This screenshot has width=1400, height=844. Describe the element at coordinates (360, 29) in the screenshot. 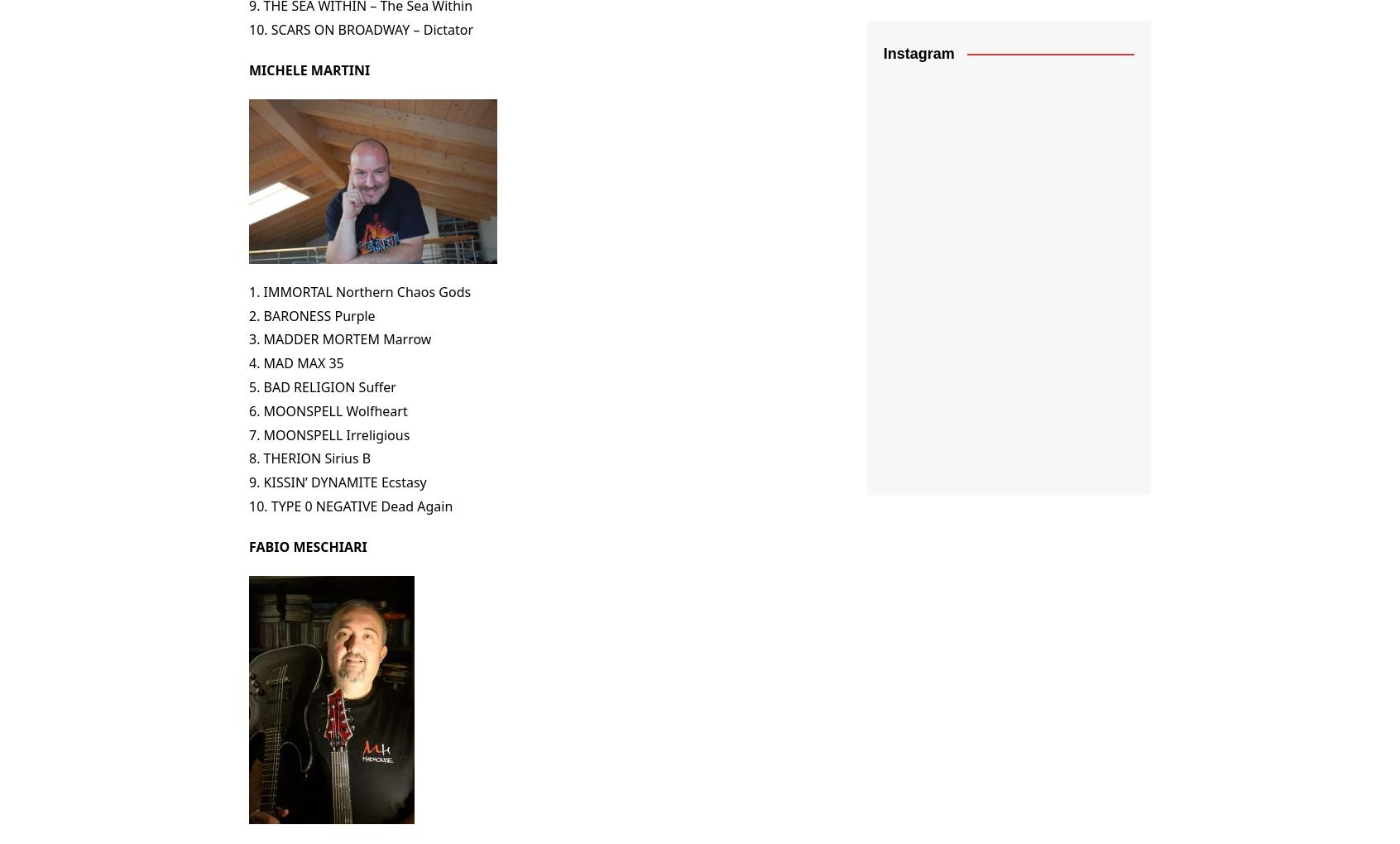

I see `'10. SCARS ON BROADWAY – Dictator'` at that location.